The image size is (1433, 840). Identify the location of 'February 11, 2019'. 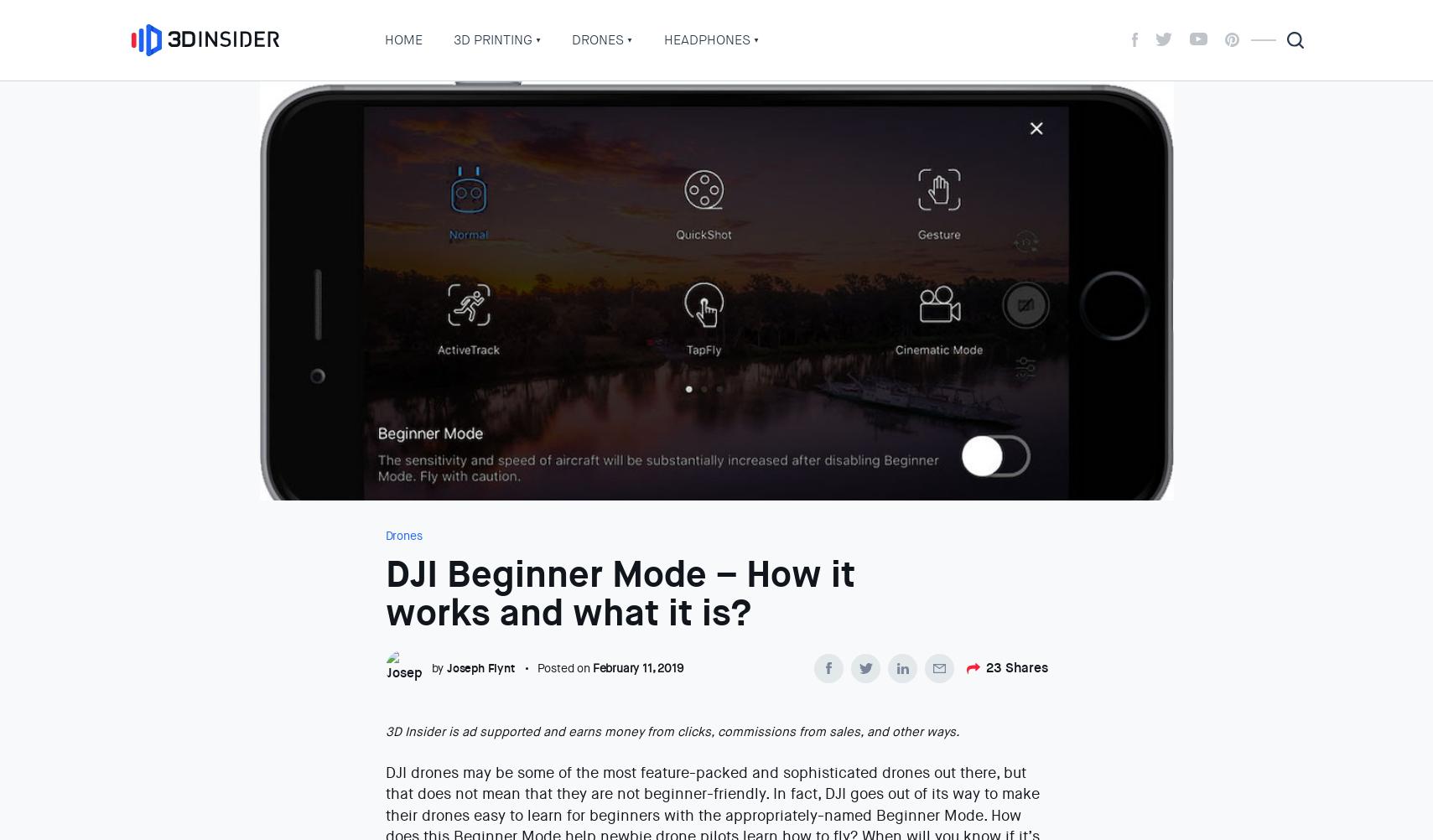
(636, 666).